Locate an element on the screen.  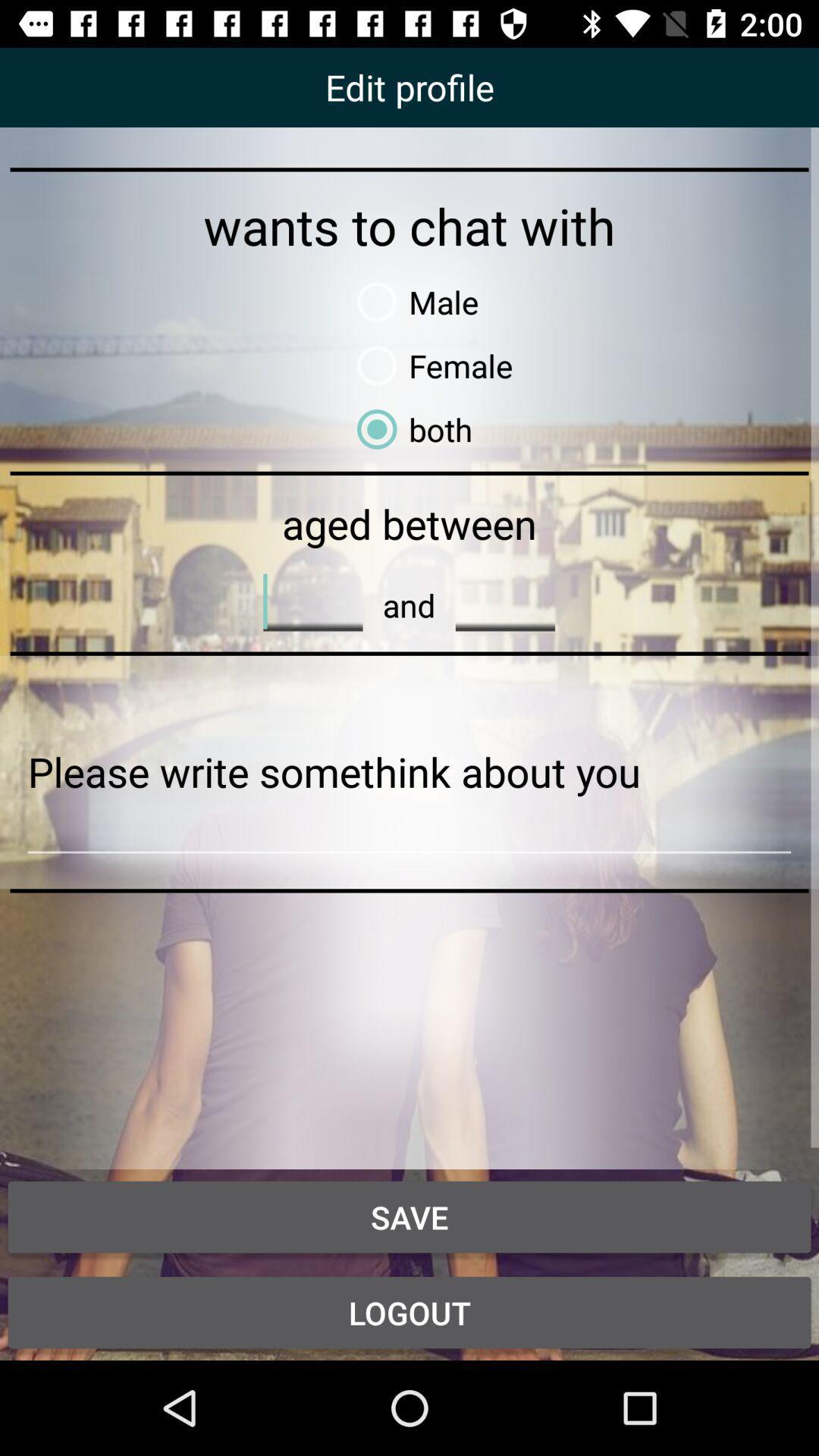
write the lowest age you want to chat with is located at coordinates (312, 601).